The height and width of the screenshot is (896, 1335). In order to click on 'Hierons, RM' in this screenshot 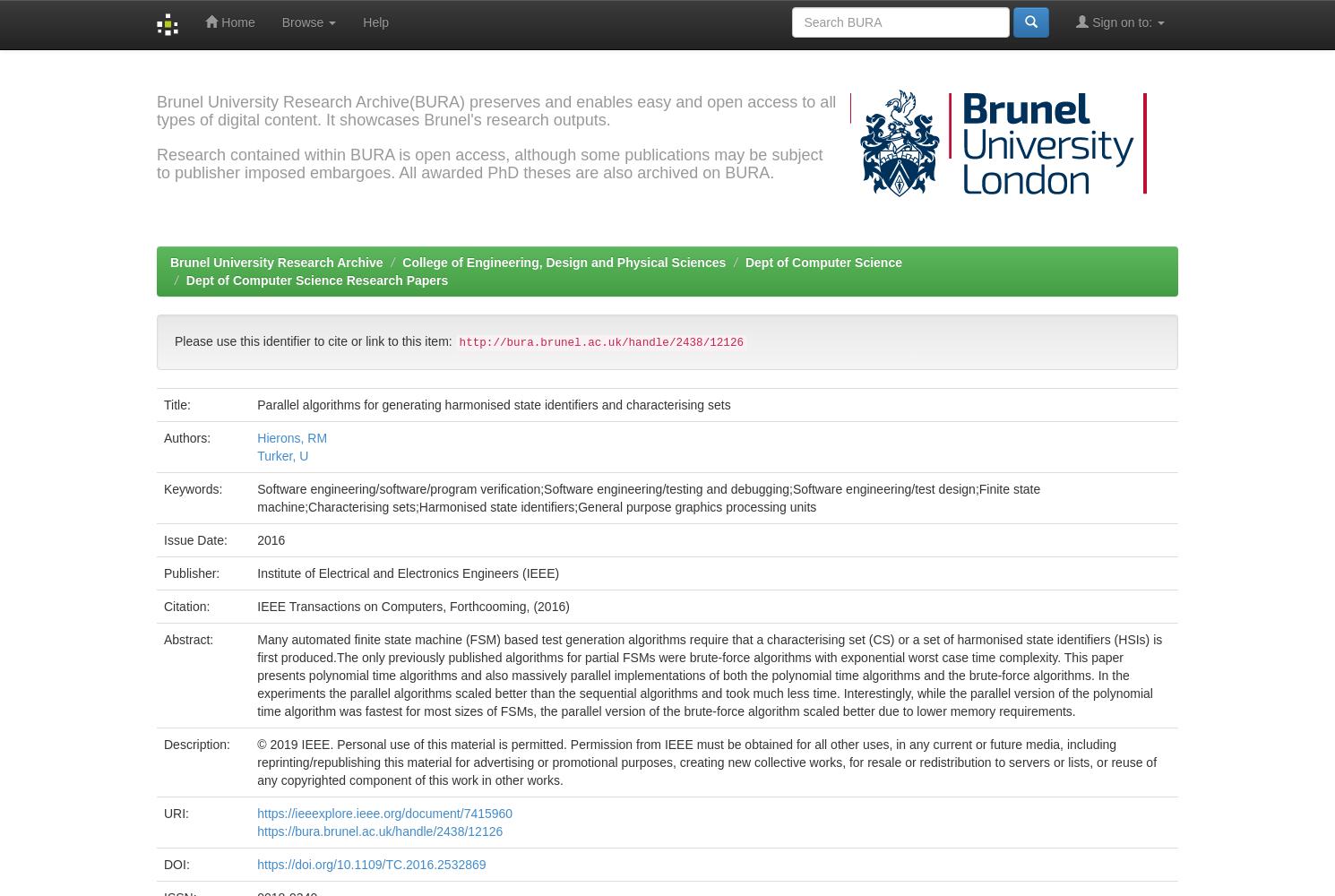, I will do `click(291, 436)`.